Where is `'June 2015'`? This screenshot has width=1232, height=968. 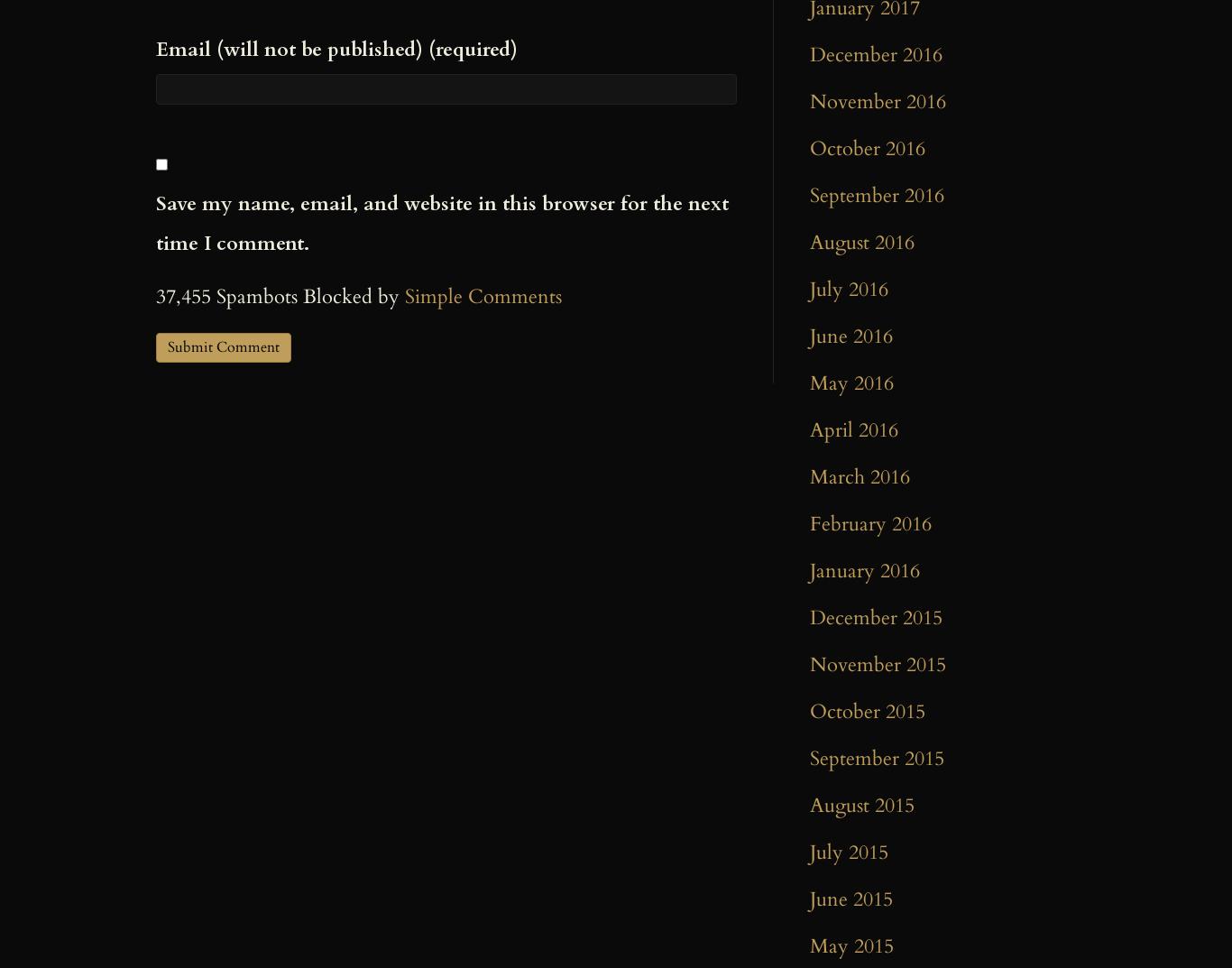 'June 2015' is located at coordinates (851, 899).